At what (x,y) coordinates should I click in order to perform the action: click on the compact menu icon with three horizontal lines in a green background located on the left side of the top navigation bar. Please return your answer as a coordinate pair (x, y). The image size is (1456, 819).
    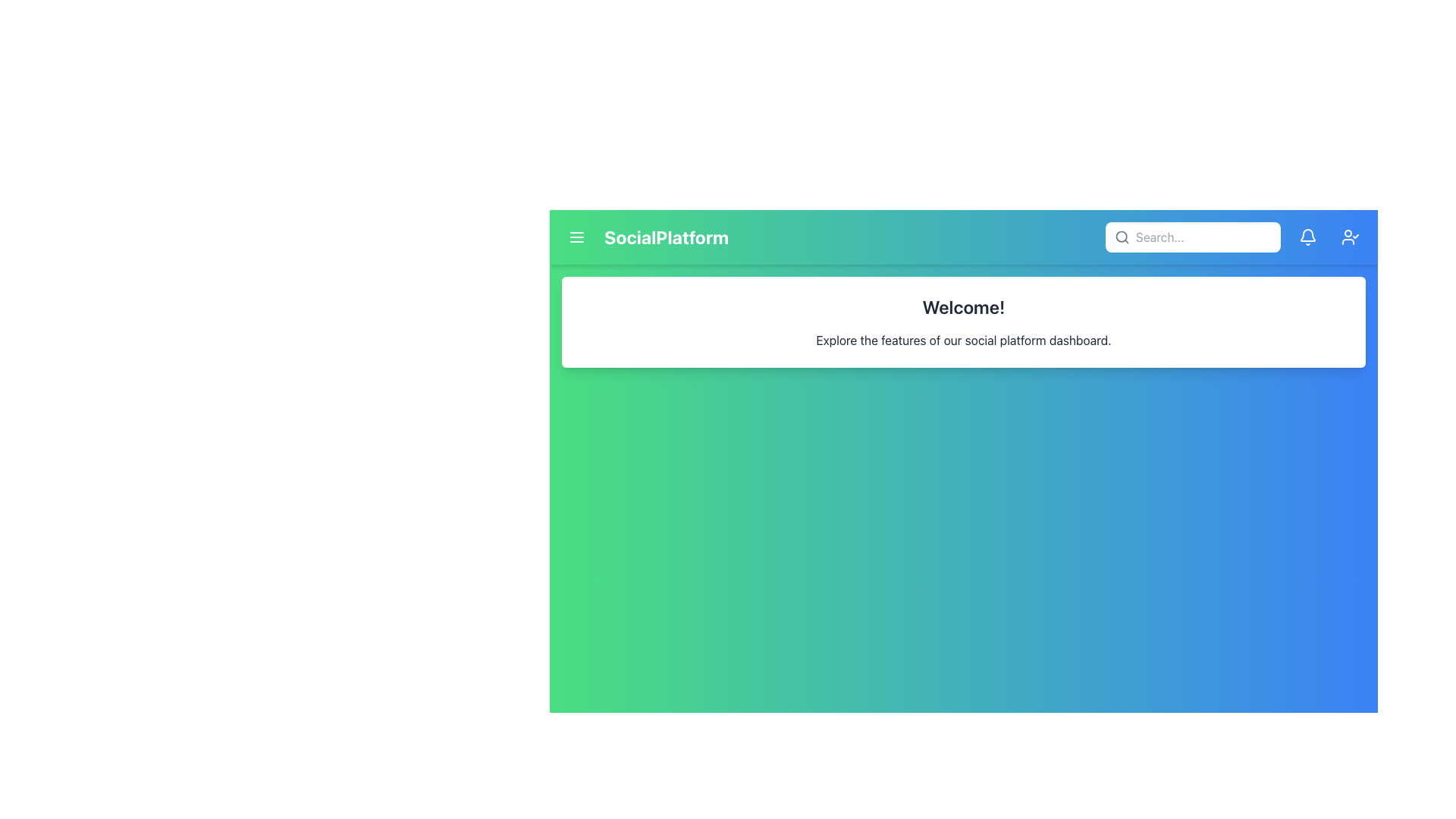
    Looking at the image, I should click on (576, 237).